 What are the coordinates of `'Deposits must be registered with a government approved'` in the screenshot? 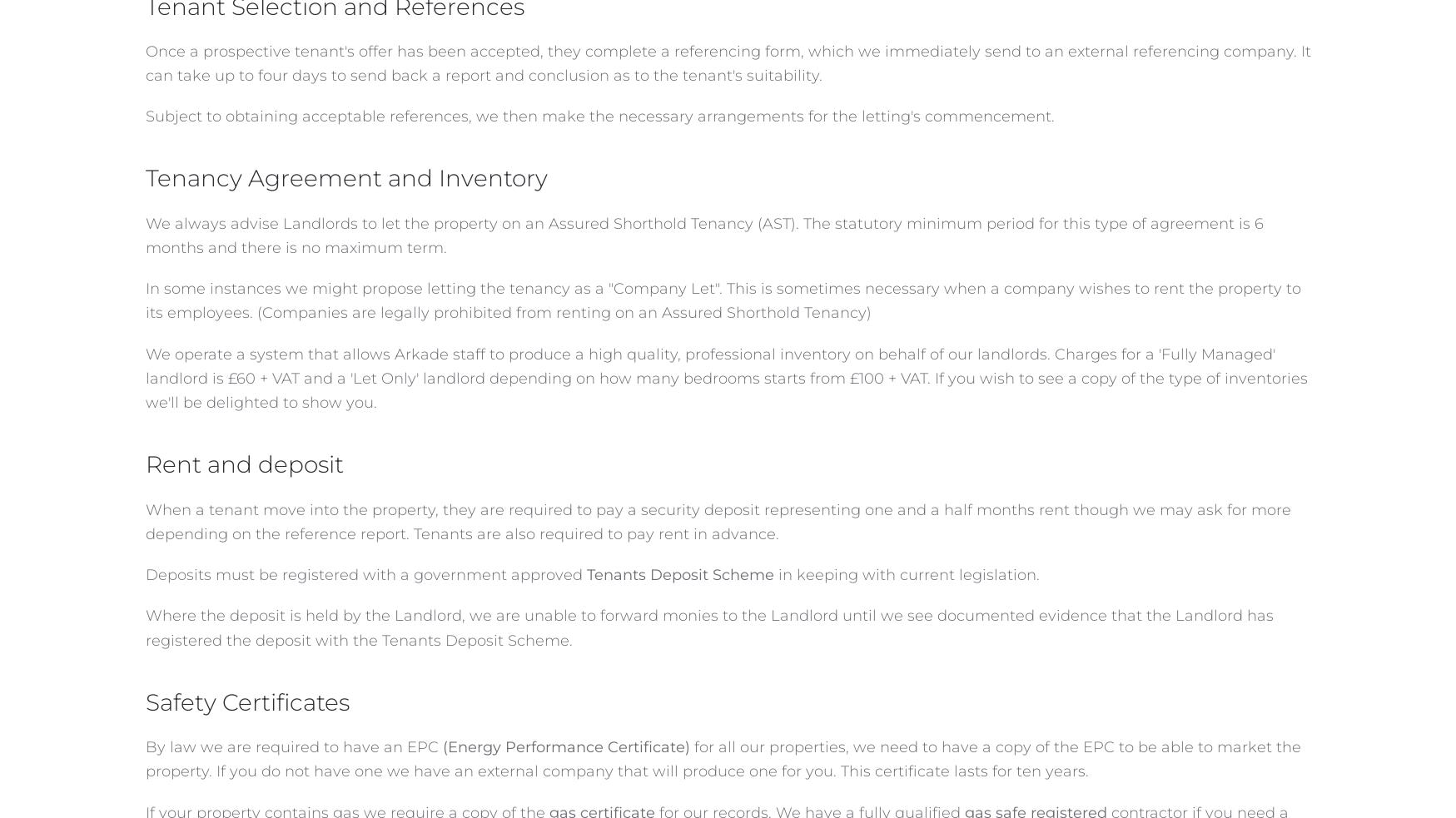 It's located at (364, 574).